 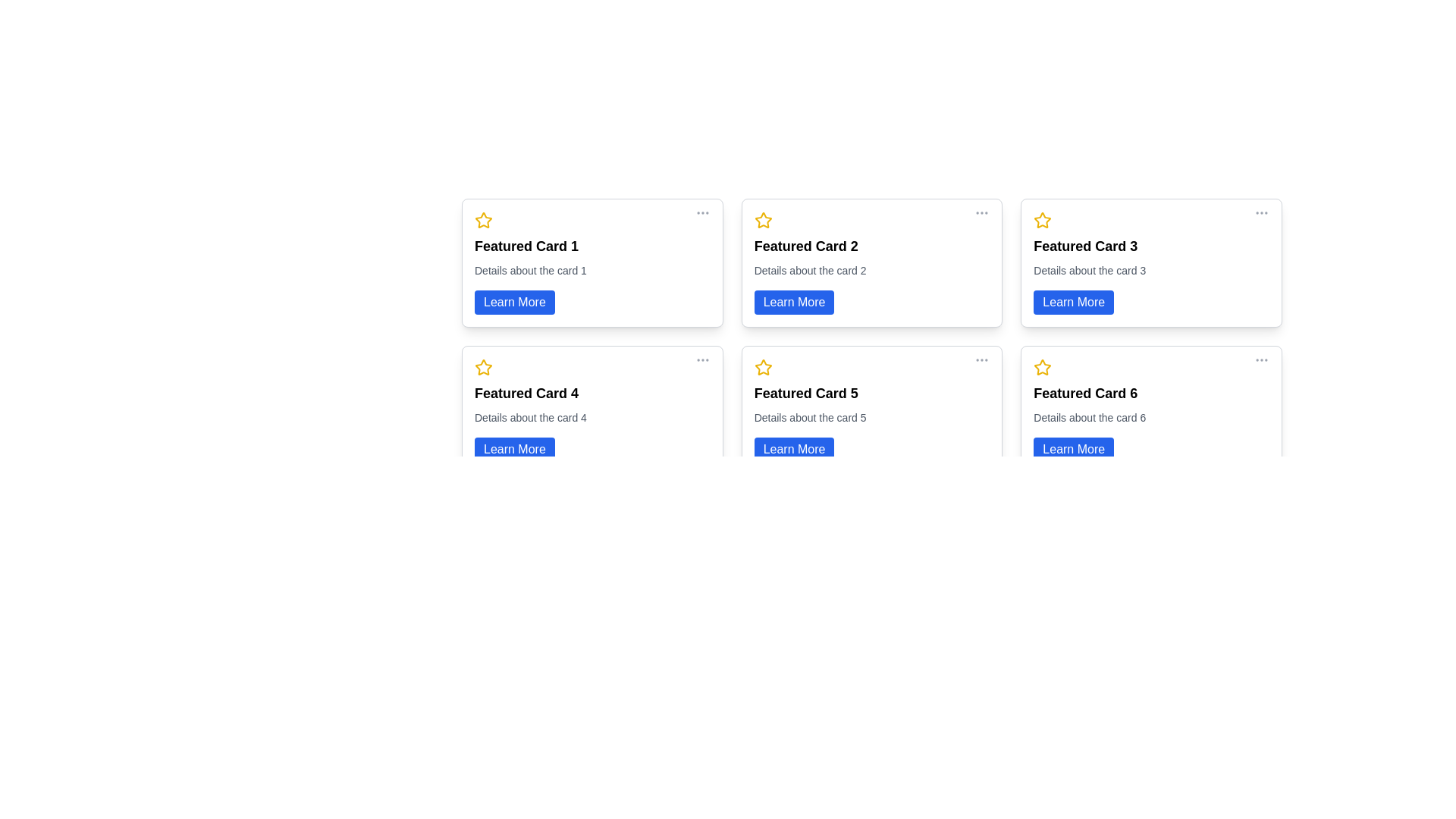 I want to click on the 'Learn More' button with a blue background and white text located at the bottom-left corner of 'Featured Card 4' to visualize the hover effect, so click(x=514, y=449).